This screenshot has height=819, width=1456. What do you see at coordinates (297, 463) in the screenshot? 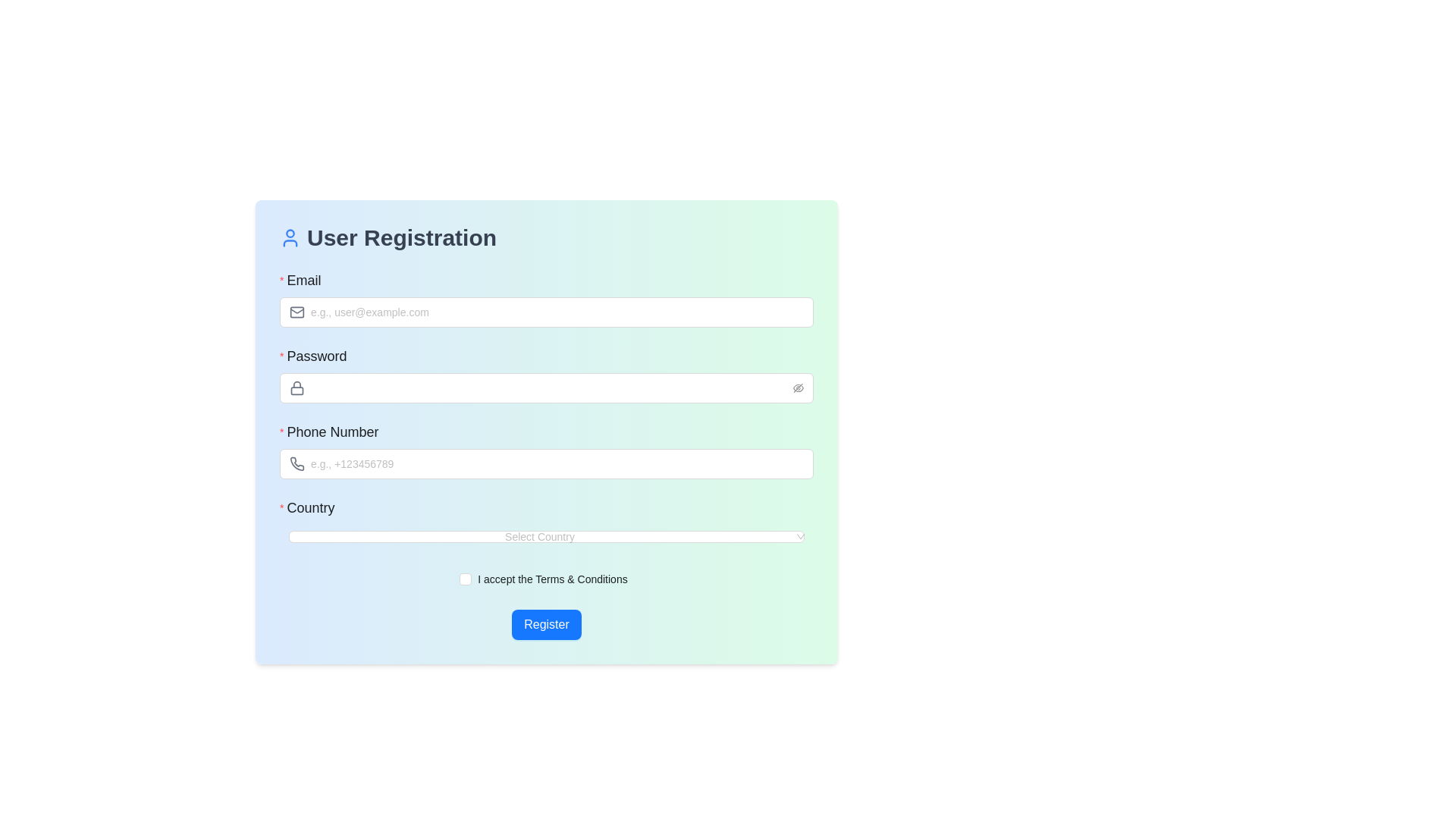
I see `the phone icon, which is a gray, line-drawn handset located to the left of the 'Phone Number' input field` at bounding box center [297, 463].